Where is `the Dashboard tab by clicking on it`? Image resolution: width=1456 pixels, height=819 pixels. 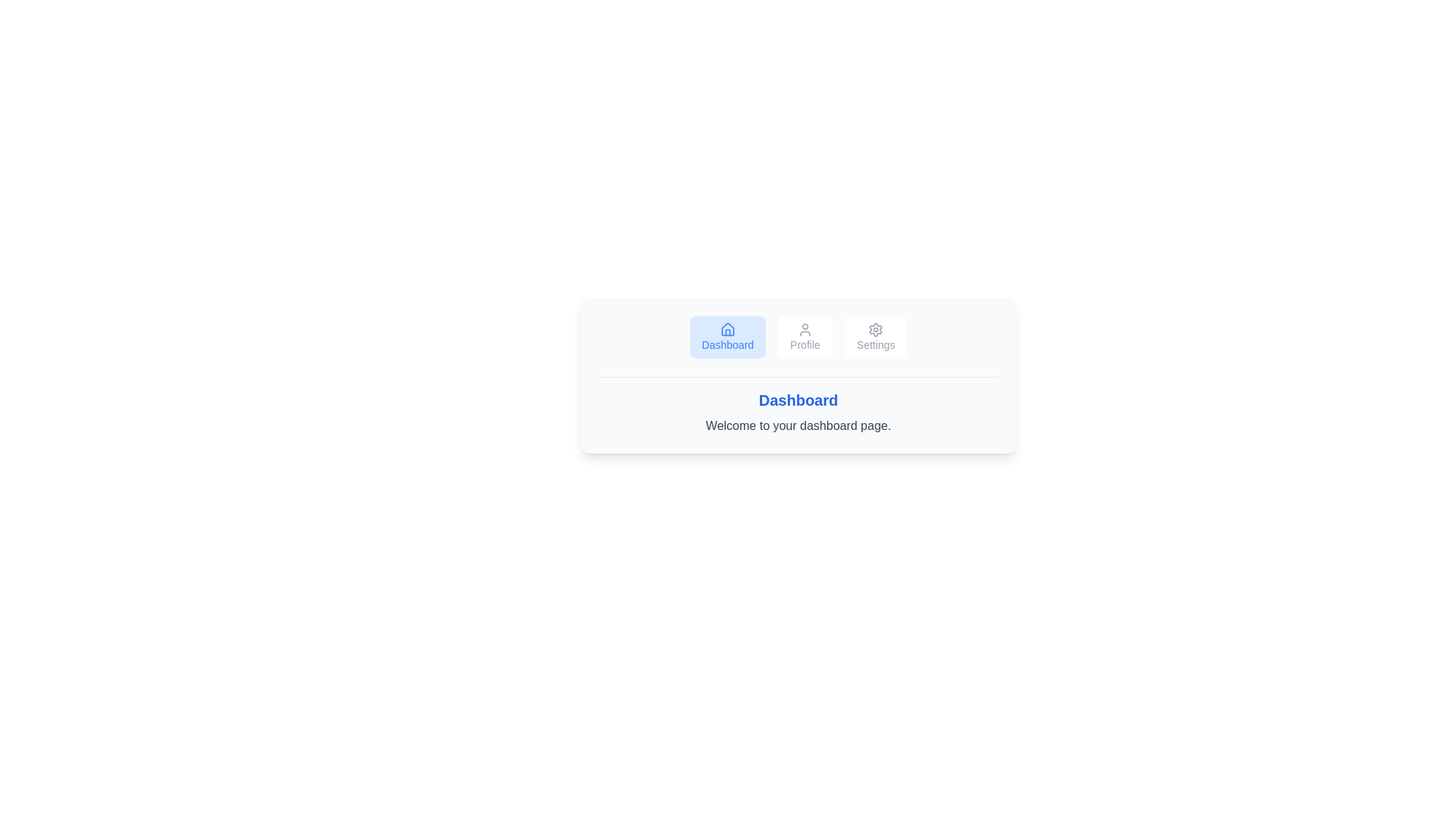 the Dashboard tab by clicking on it is located at coordinates (726, 336).